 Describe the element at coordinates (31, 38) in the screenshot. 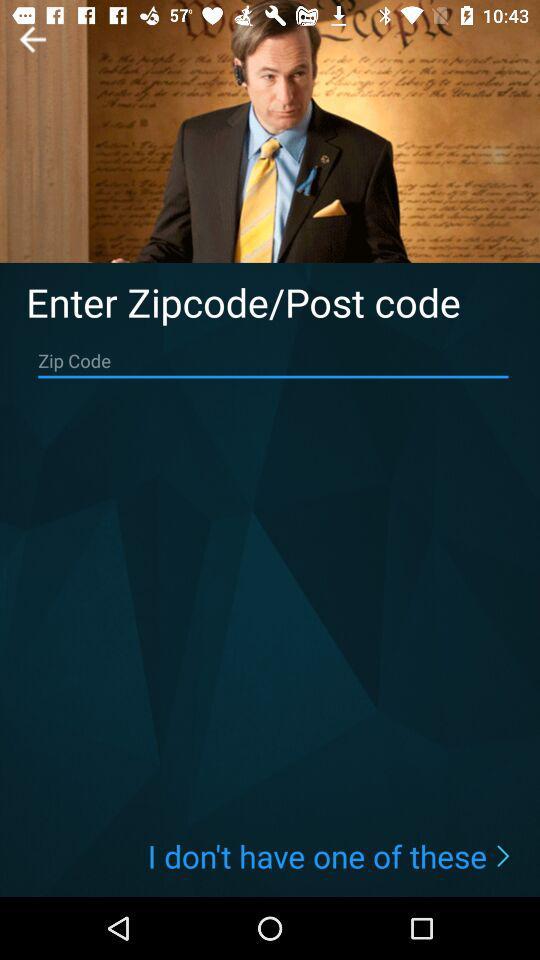

I see `go back` at that location.